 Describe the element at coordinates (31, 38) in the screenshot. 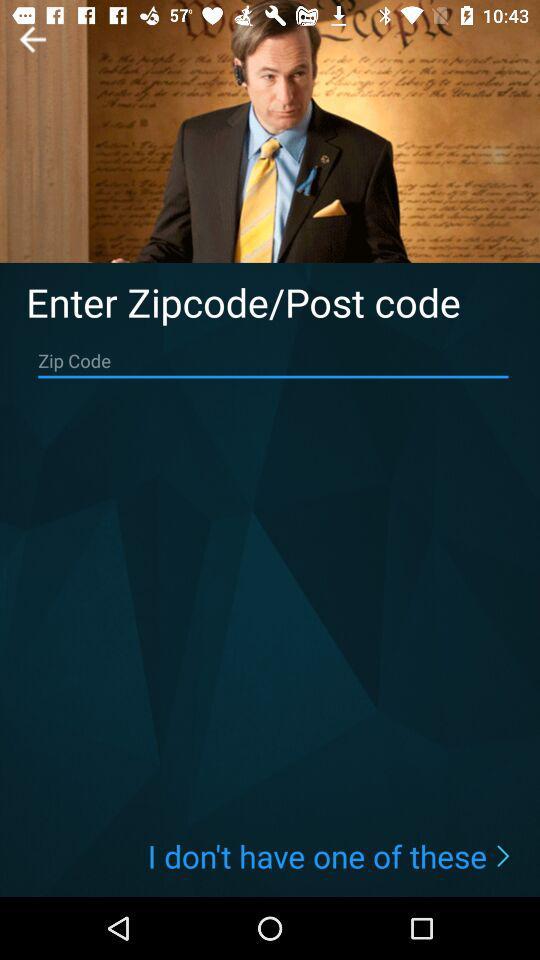

I see `go back` at that location.